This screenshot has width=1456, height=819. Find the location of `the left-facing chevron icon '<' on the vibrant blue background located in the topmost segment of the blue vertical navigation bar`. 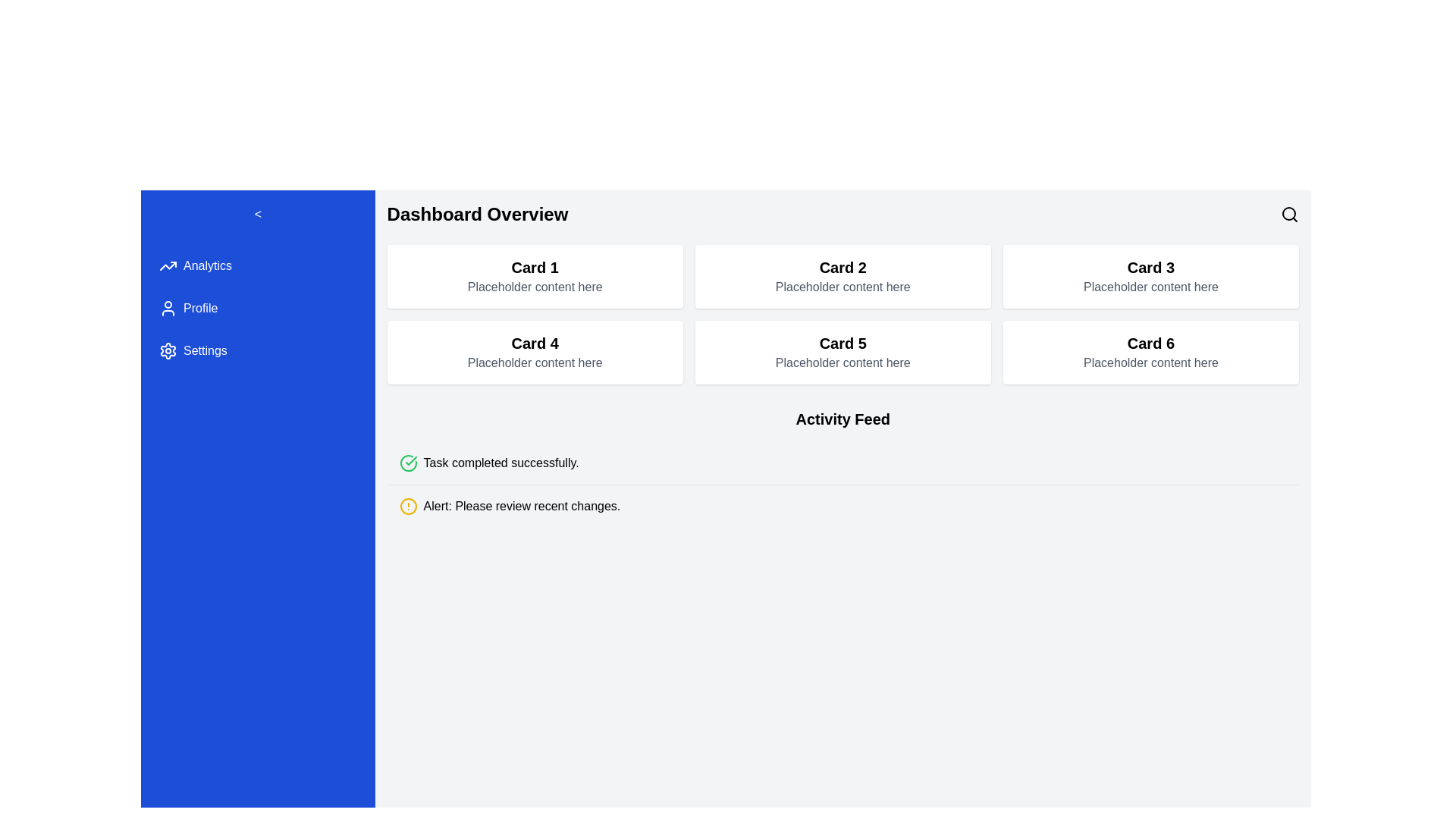

the left-facing chevron icon '<' on the vibrant blue background located in the topmost segment of the blue vertical navigation bar is located at coordinates (258, 214).